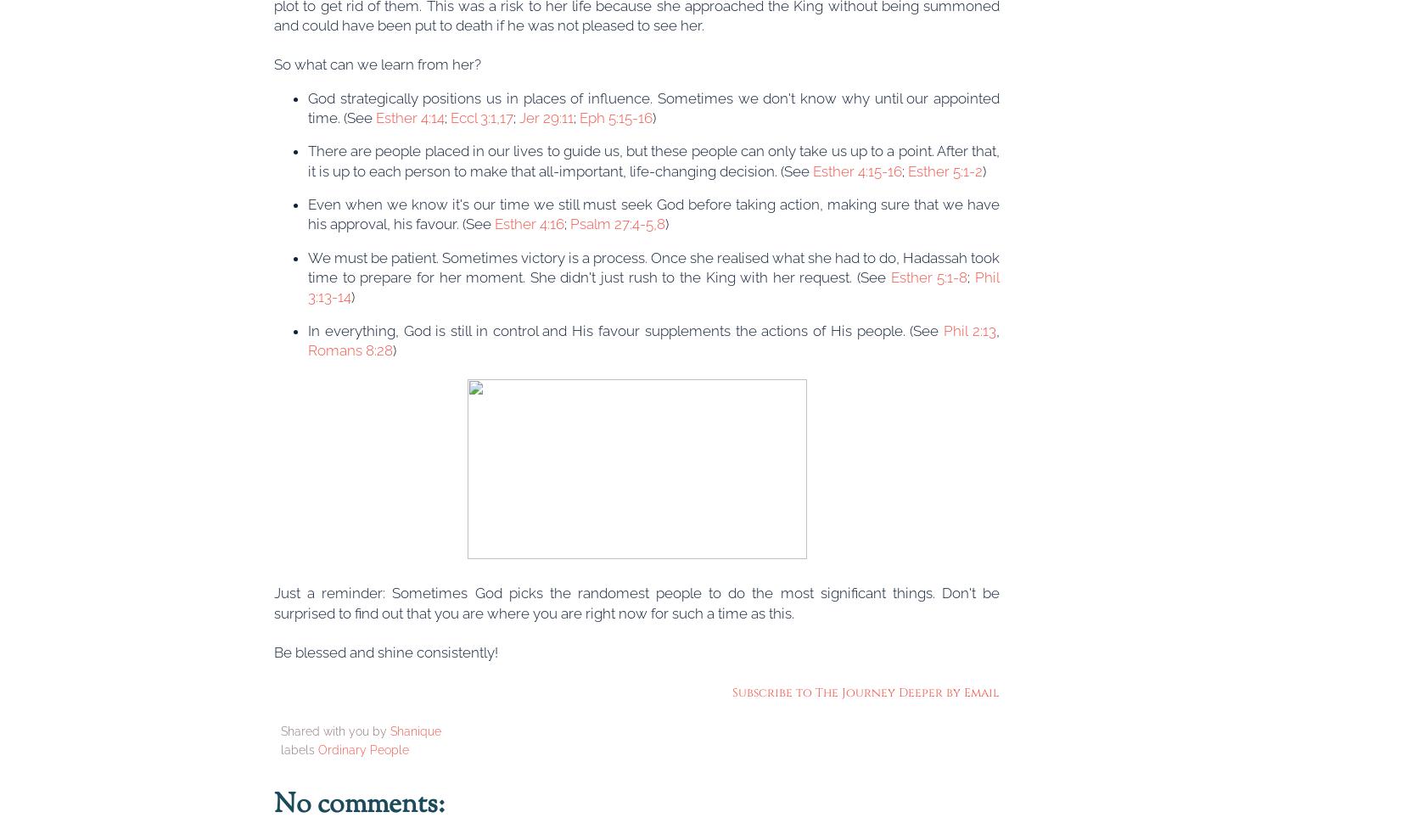 Image resolution: width=1407 pixels, height=840 pixels. I want to click on 'Psalm 27:4-5,8', so click(569, 224).